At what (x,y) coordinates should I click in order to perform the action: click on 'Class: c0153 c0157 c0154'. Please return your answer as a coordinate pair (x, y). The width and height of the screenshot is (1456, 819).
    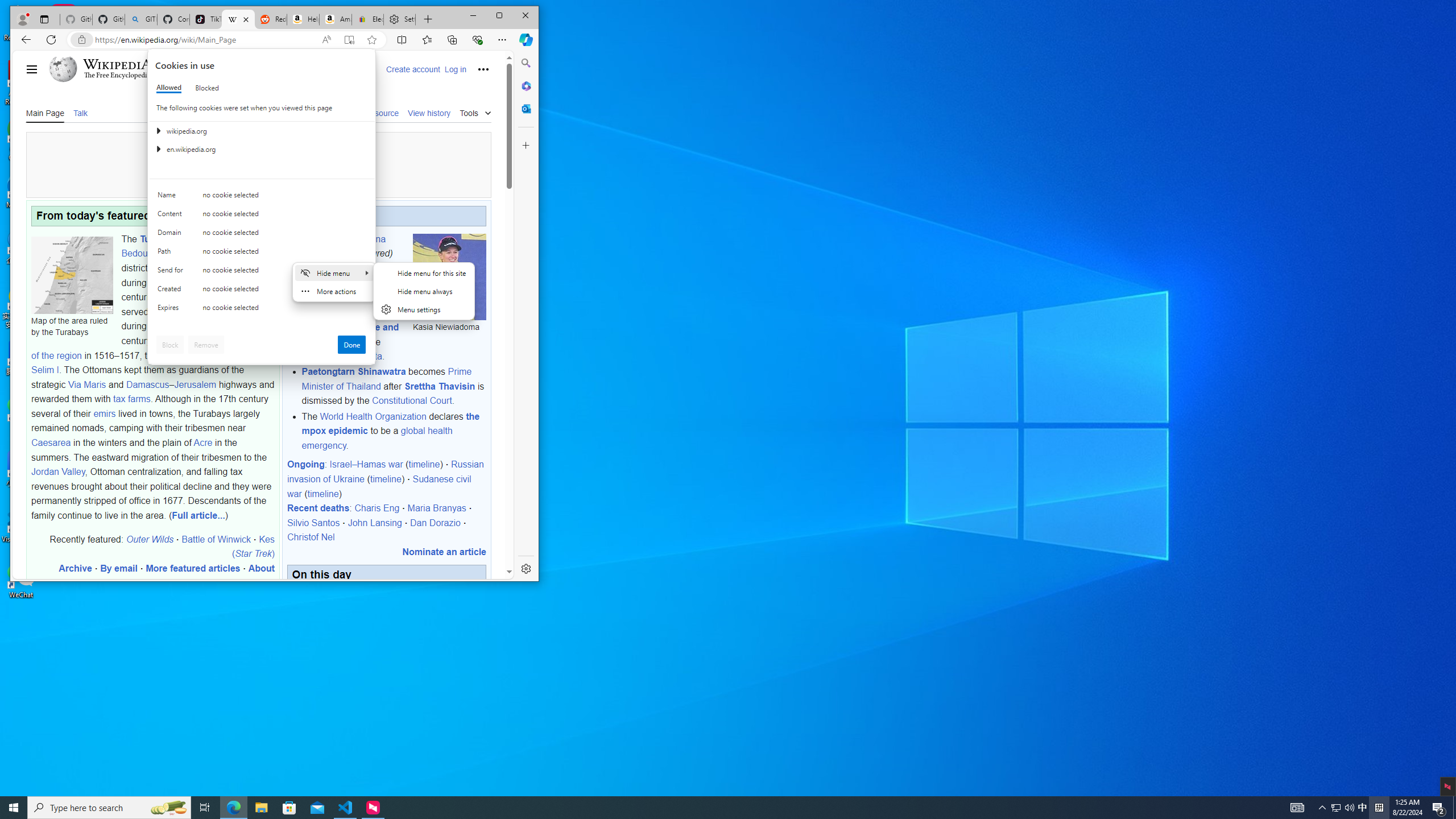
    Looking at the image, I should click on (262, 197).